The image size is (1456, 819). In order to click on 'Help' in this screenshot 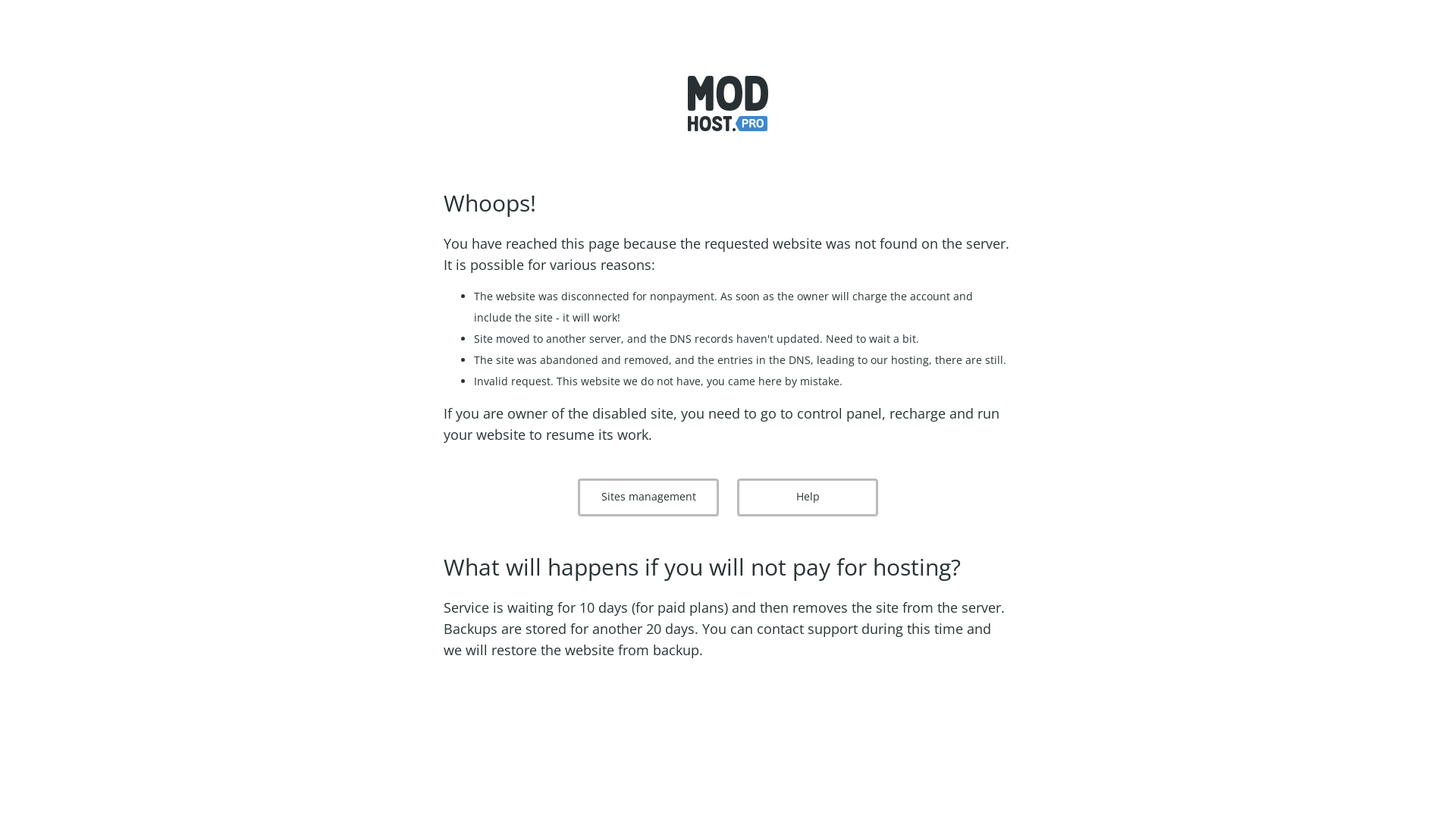, I will do `click(807, 497)`.